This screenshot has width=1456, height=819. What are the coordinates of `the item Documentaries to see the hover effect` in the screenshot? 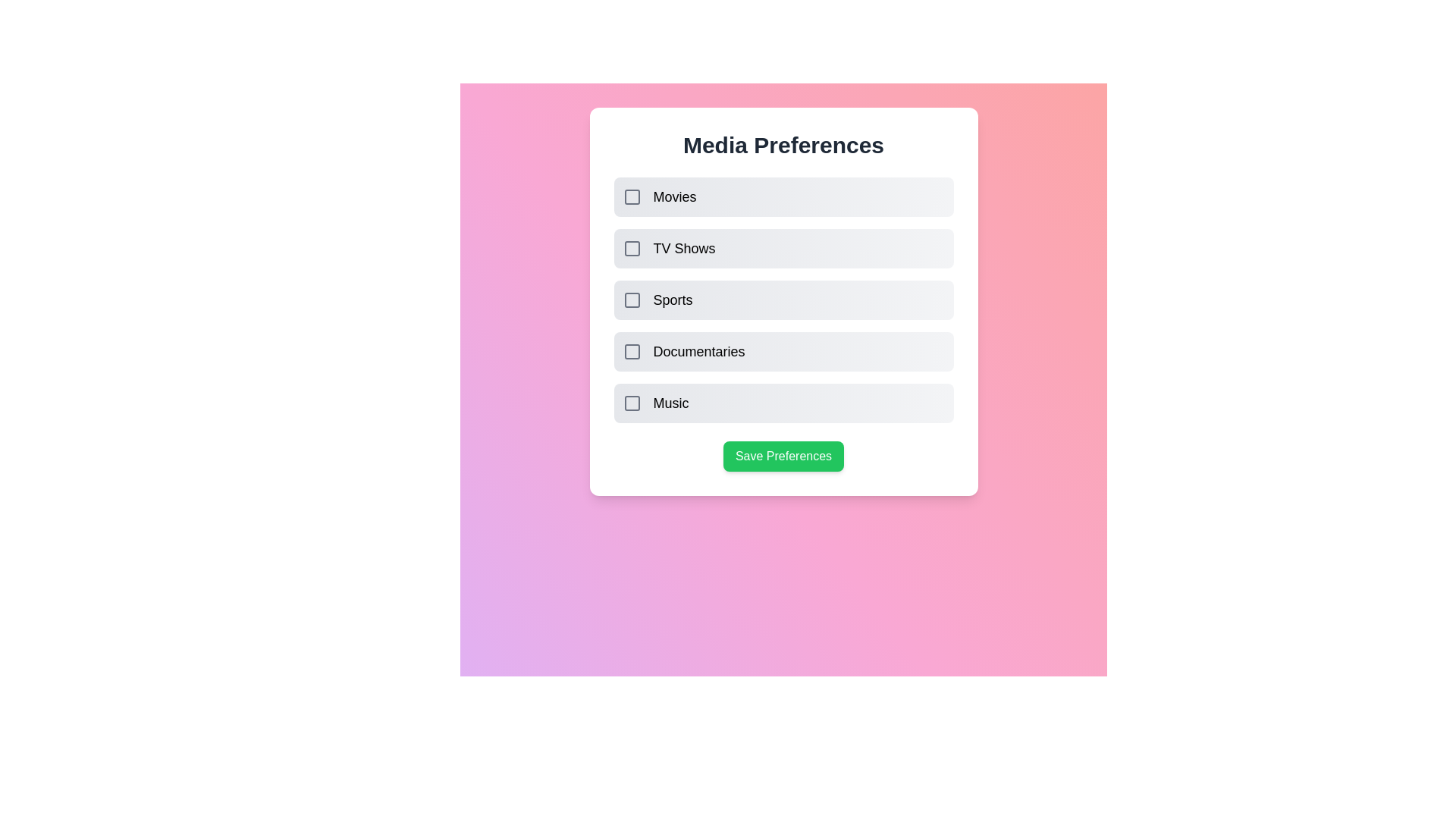 It's located at (783, 351).